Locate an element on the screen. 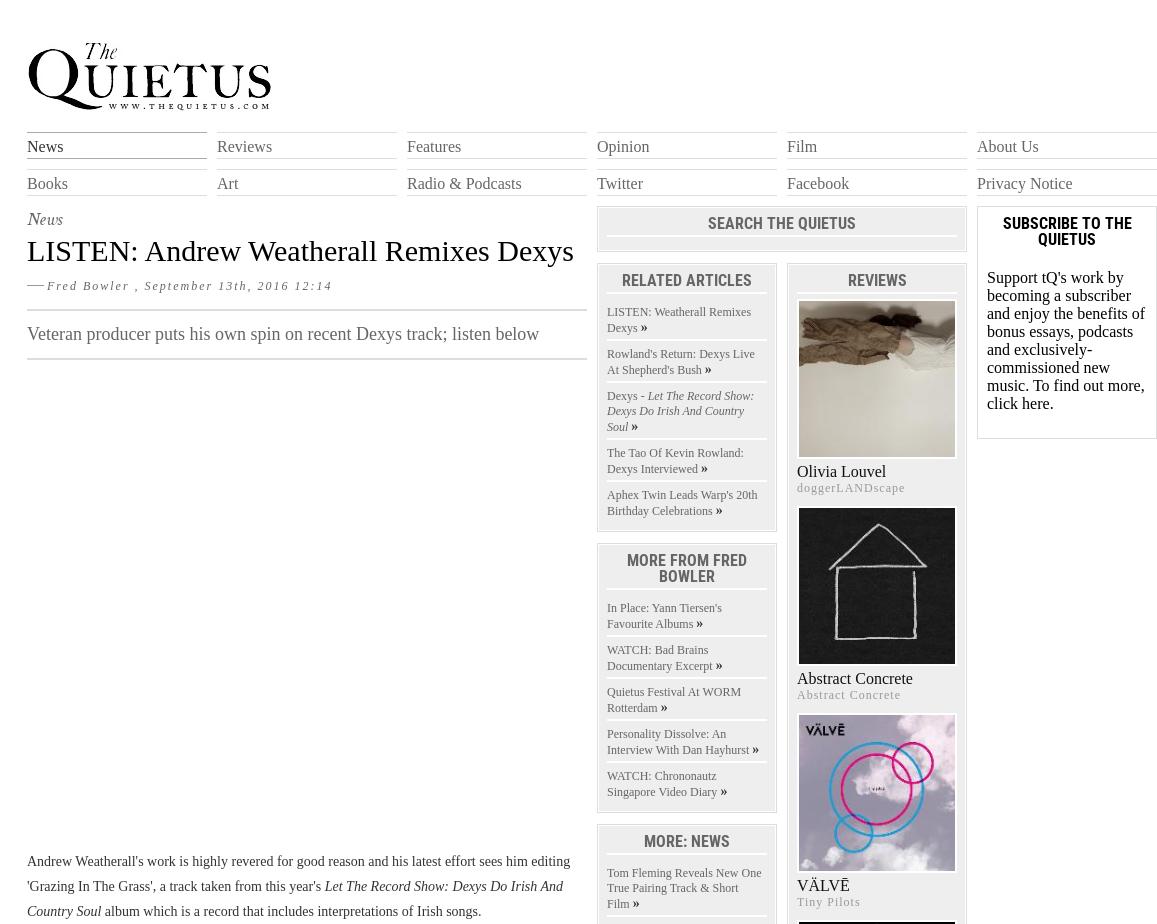  'Personality Dissolve: An Interview With Dan Hayhurst' is located at coordinates (606, 741).